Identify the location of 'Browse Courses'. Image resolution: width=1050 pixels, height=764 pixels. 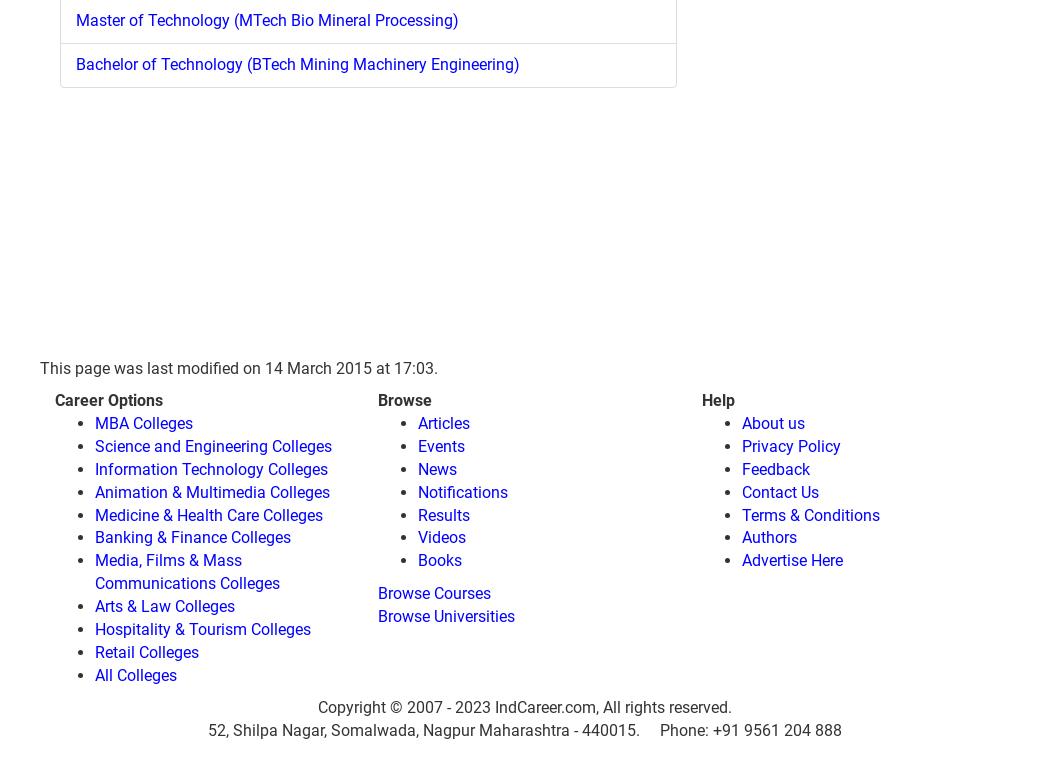
(433, 592).